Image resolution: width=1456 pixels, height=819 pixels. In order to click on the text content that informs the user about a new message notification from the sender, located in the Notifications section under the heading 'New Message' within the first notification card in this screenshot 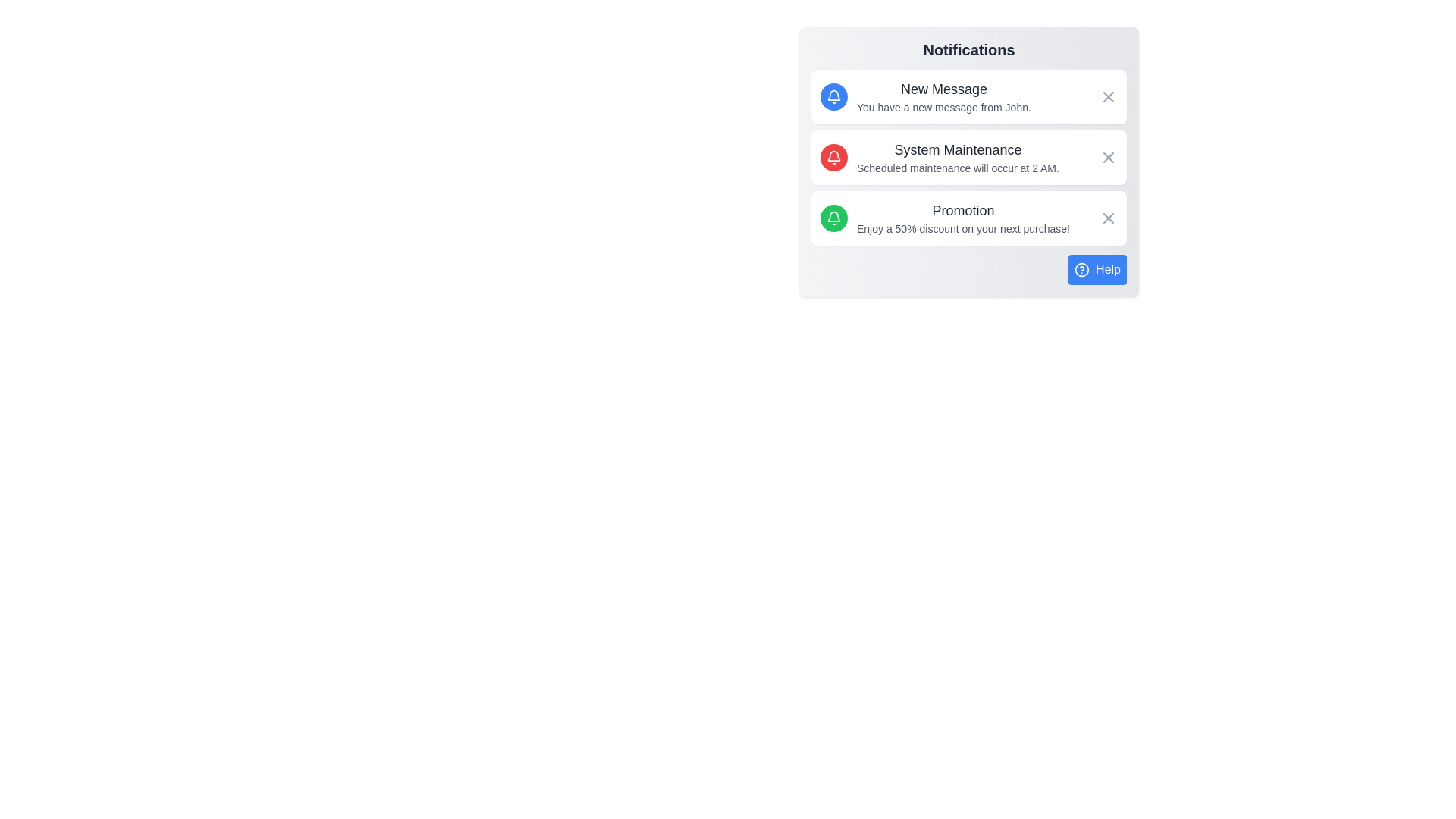, I will do `click(943, 107)`.